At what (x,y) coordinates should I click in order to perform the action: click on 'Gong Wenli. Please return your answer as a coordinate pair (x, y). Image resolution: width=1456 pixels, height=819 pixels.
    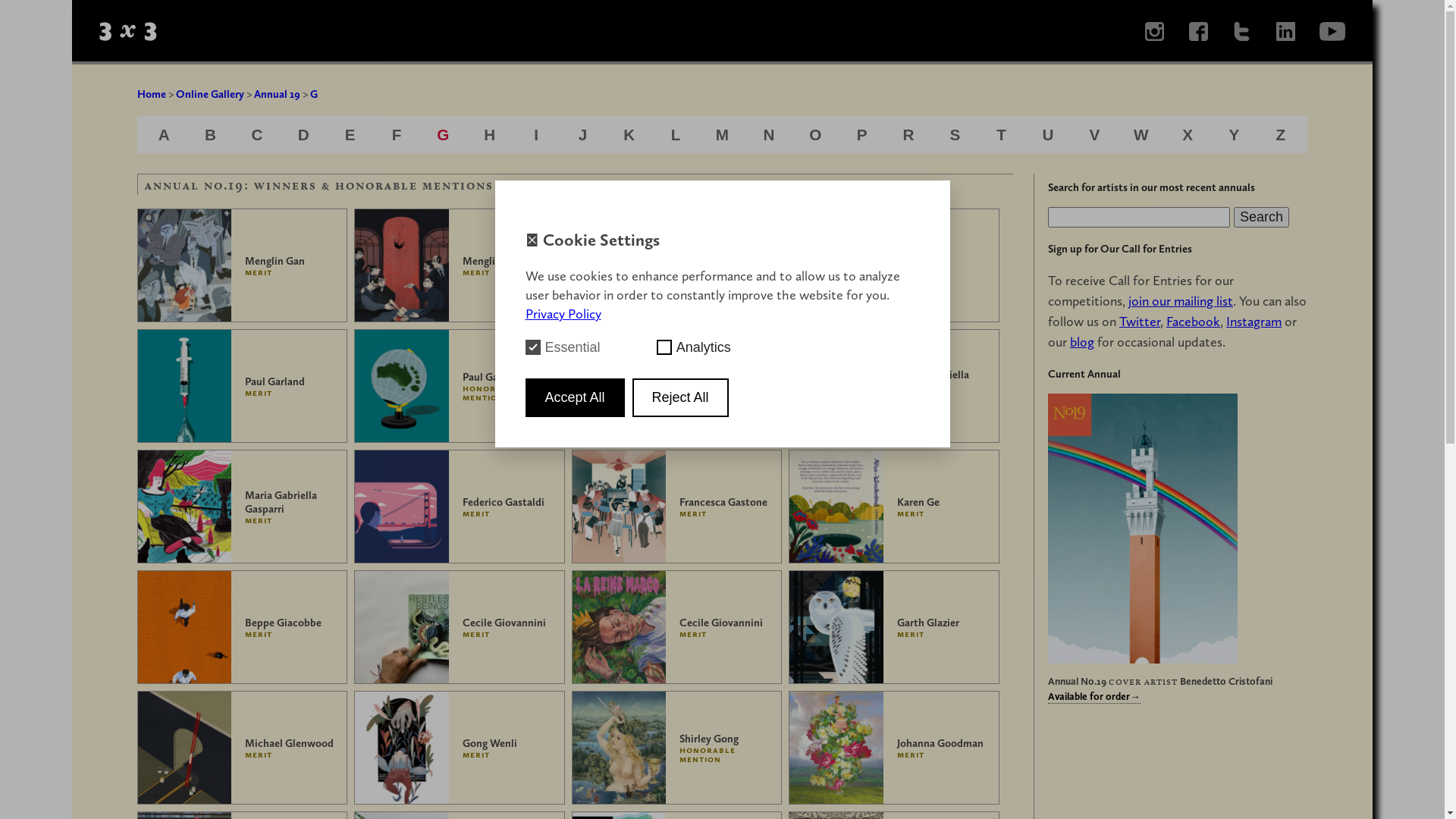
    Looking at the image, I should click on (458, 747).